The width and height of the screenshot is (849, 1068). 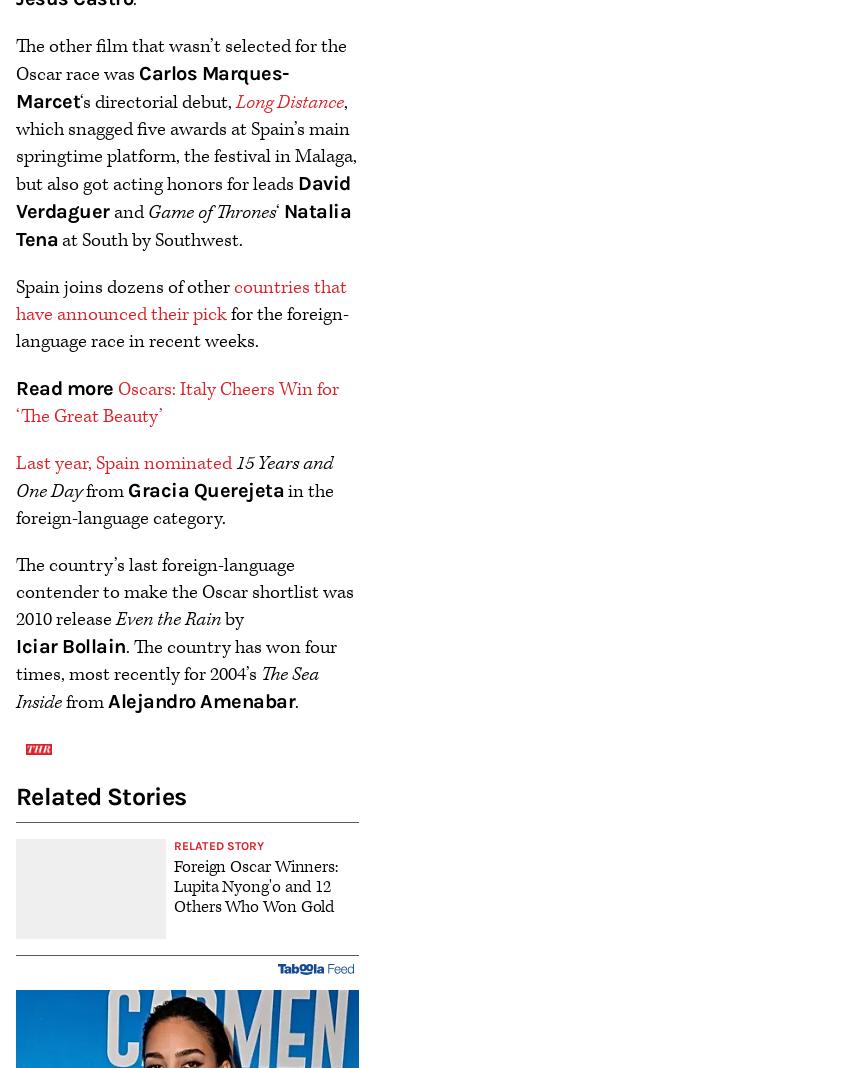 What do you see at coordinates (255, 885) in the screenshot?
I see `'Foreign Oscar Winners: Lupita Nyong'o and 12 Others Who Won Gold'` at bounding box center [255, 885].